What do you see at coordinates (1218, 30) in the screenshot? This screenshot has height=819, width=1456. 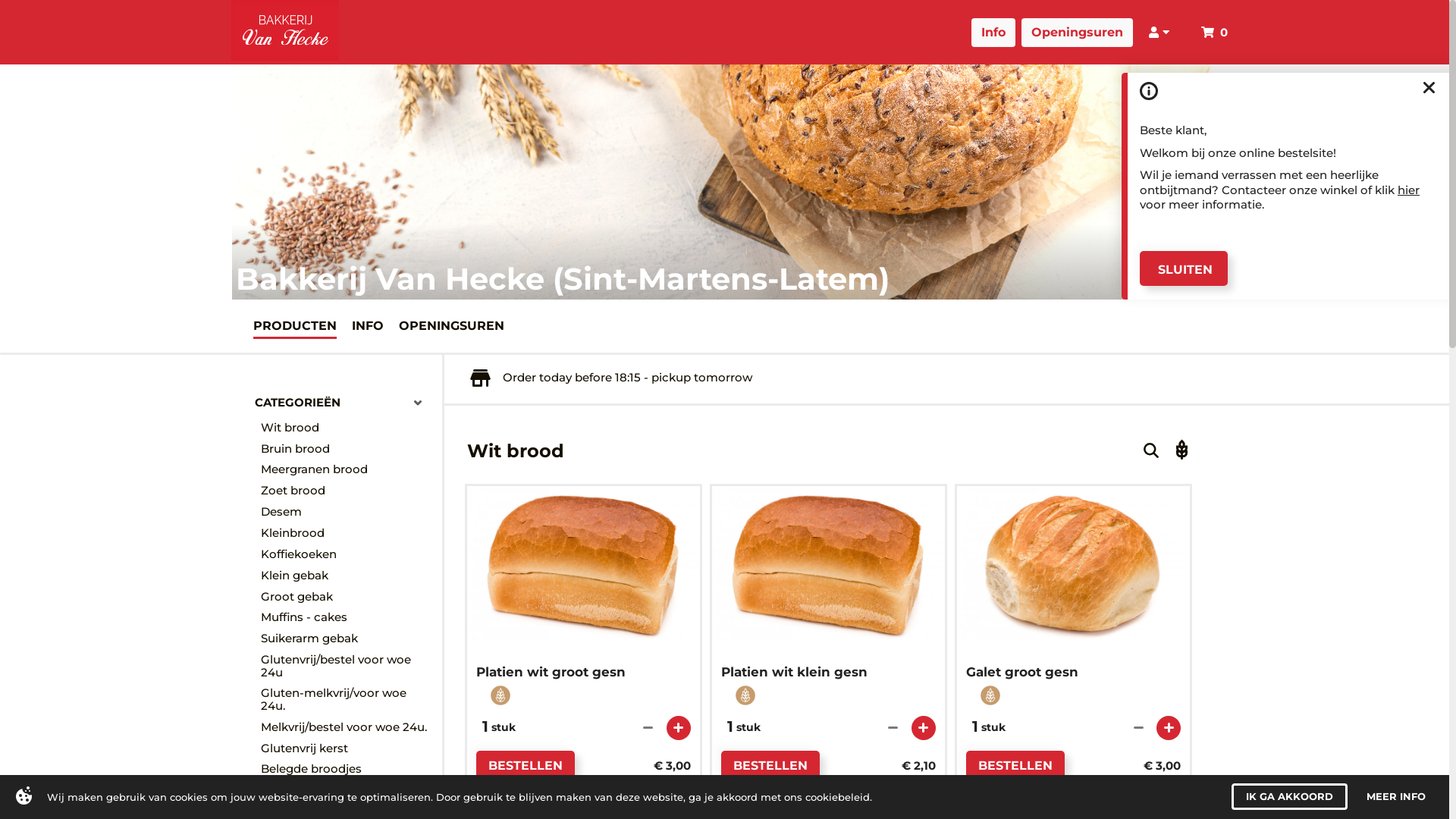 I see `'0'` at bounding box center [1218, 30].